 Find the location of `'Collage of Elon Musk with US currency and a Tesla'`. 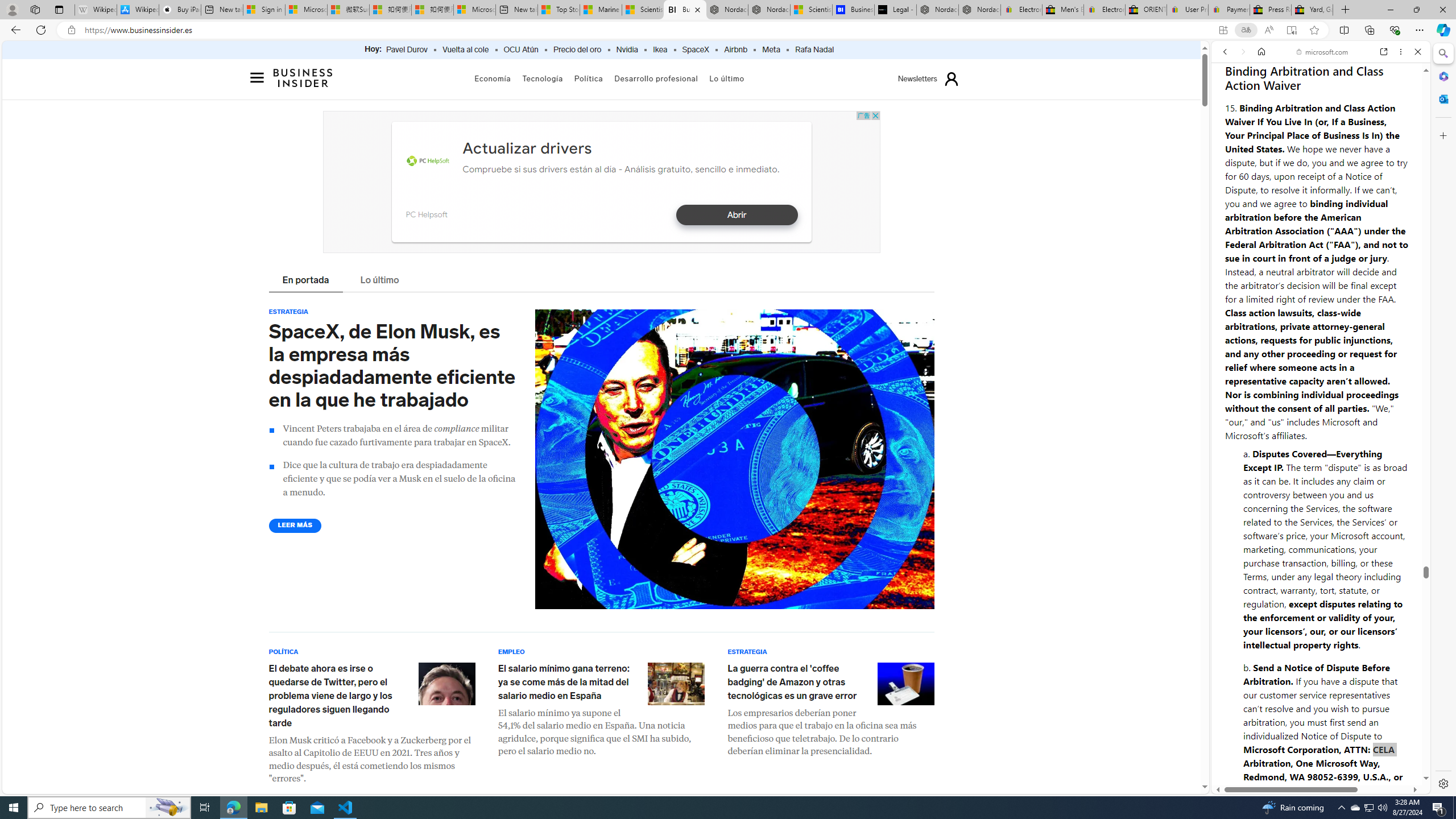

'Collage of Elon Musk with US currency and a Tesla' is located at coordinates (734, 459).